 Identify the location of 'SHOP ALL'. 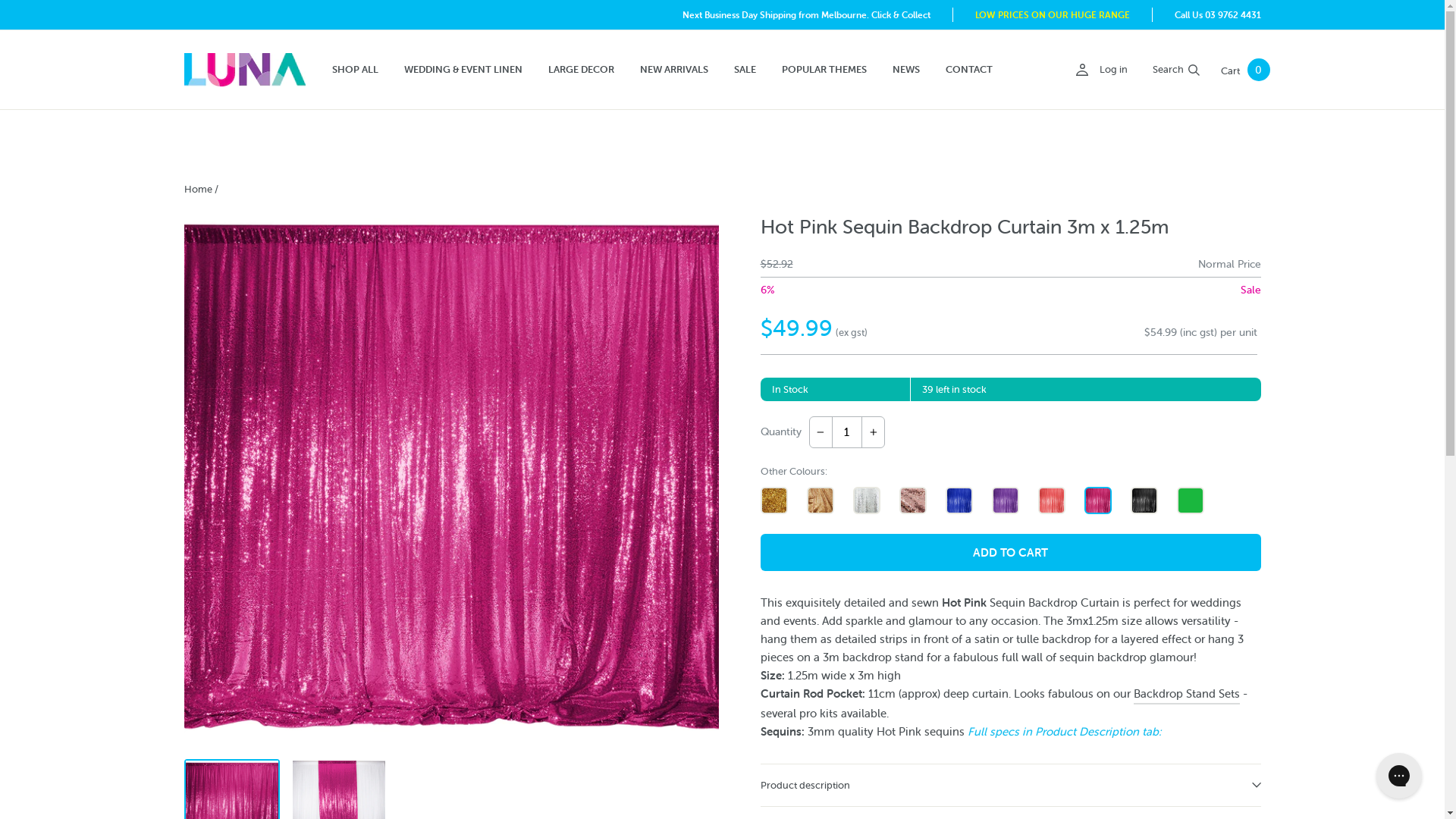
(353, 70).